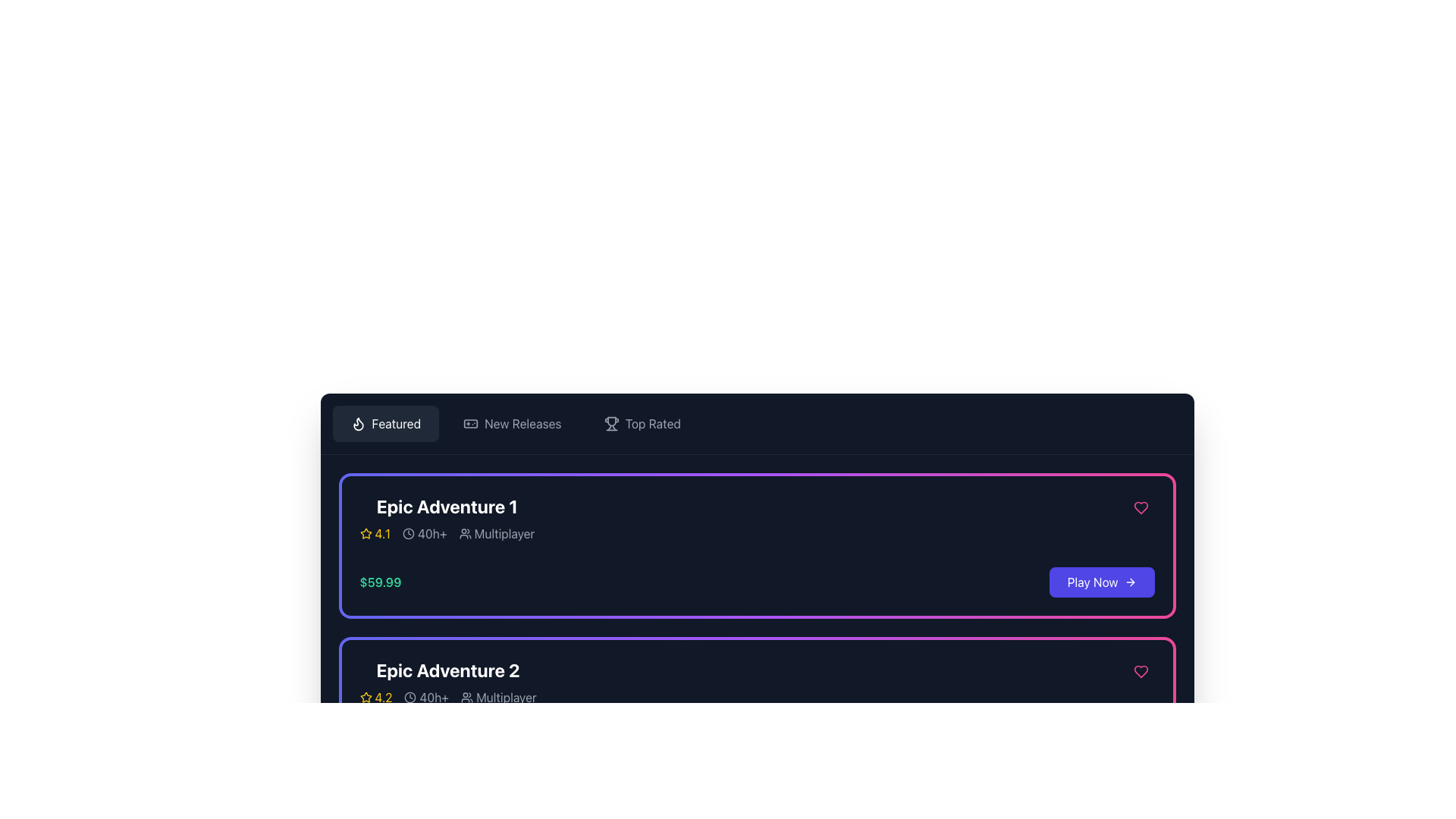  I want to click on the first button in the horizontal navigation bar, so click(385, 424).